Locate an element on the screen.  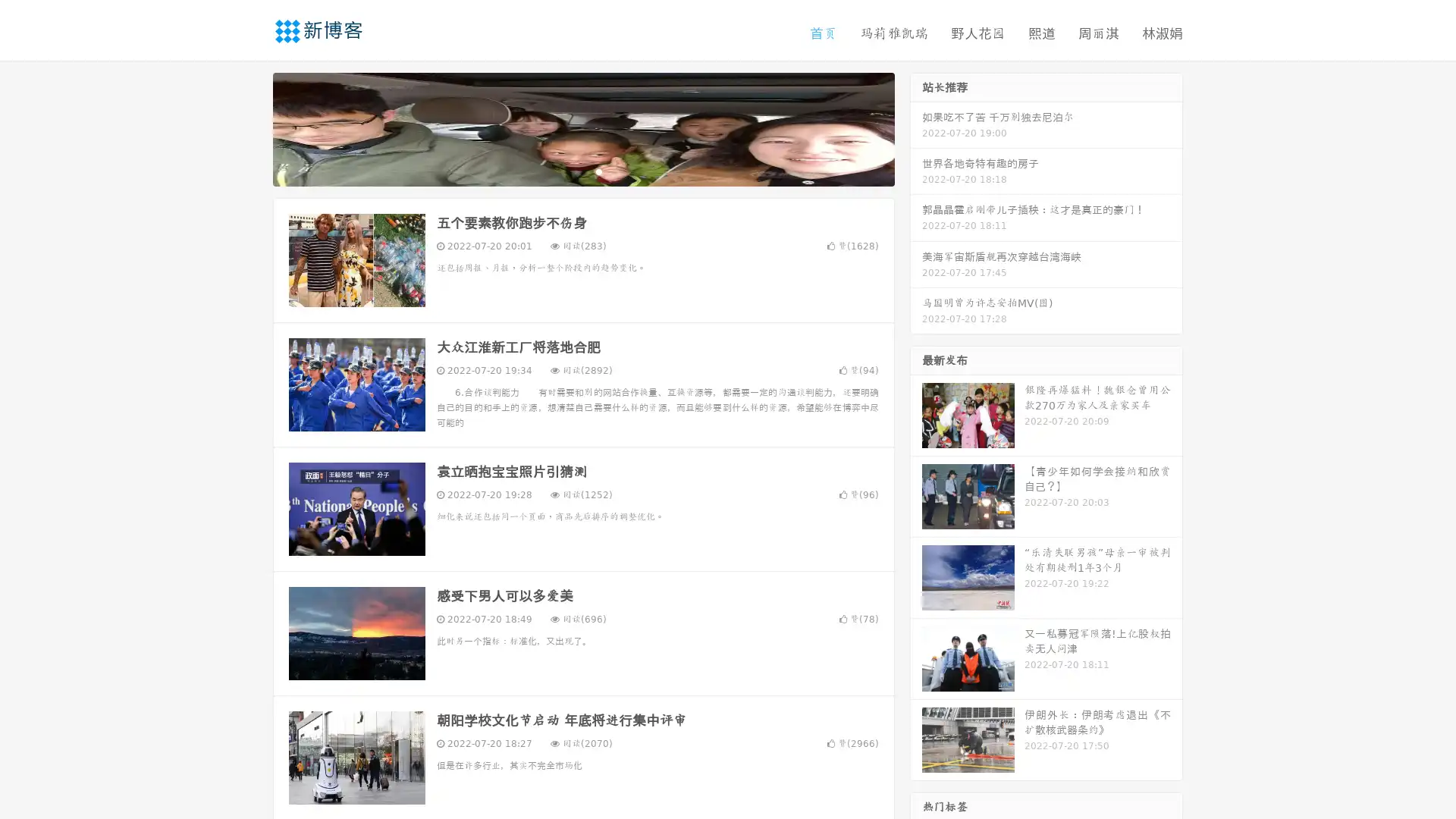
Previous slide is located at coordinates (250, 127).